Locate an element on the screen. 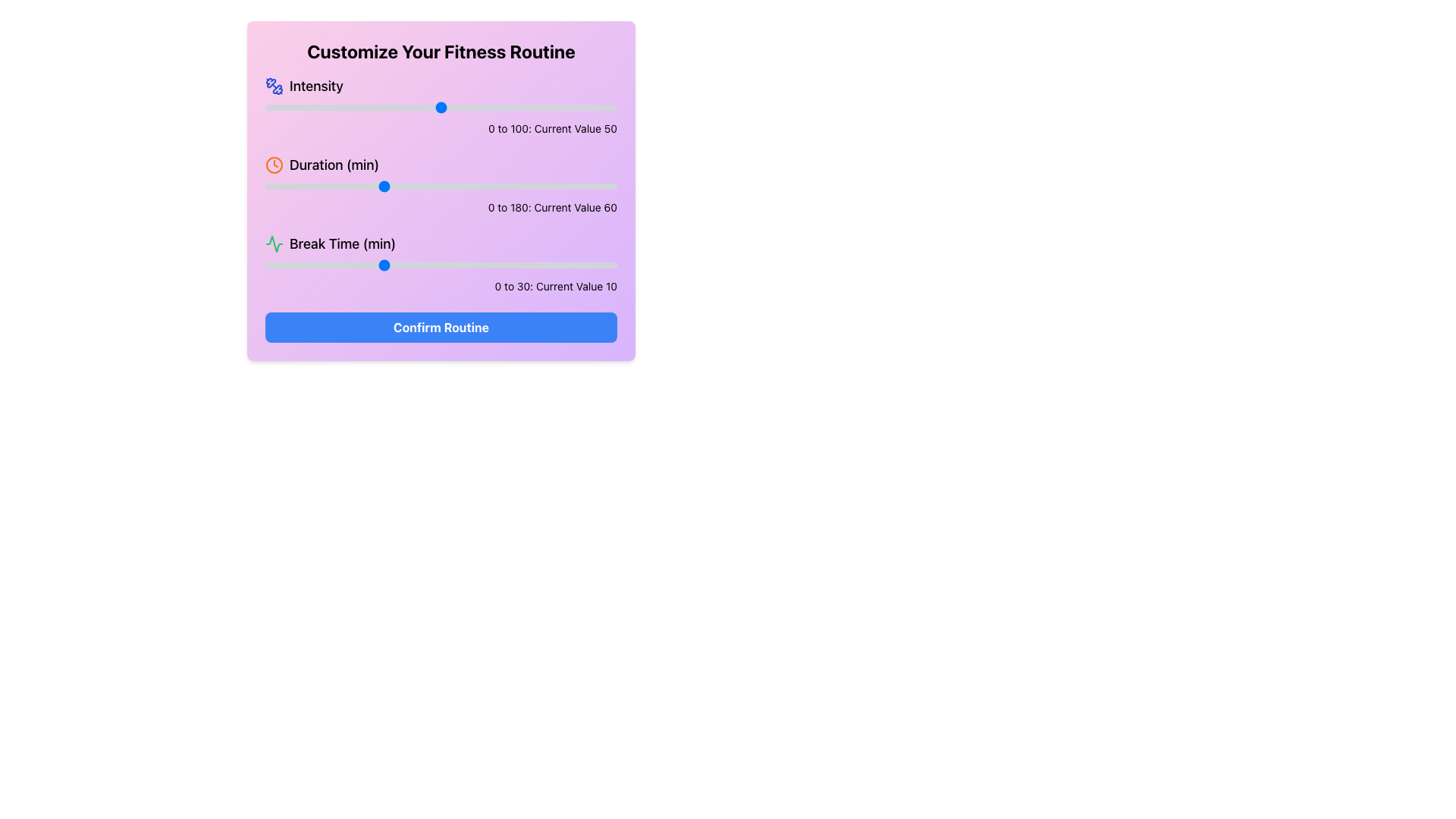 This screenshot has height=819, width=1456. the intensity is located at coordinates (367, 107).